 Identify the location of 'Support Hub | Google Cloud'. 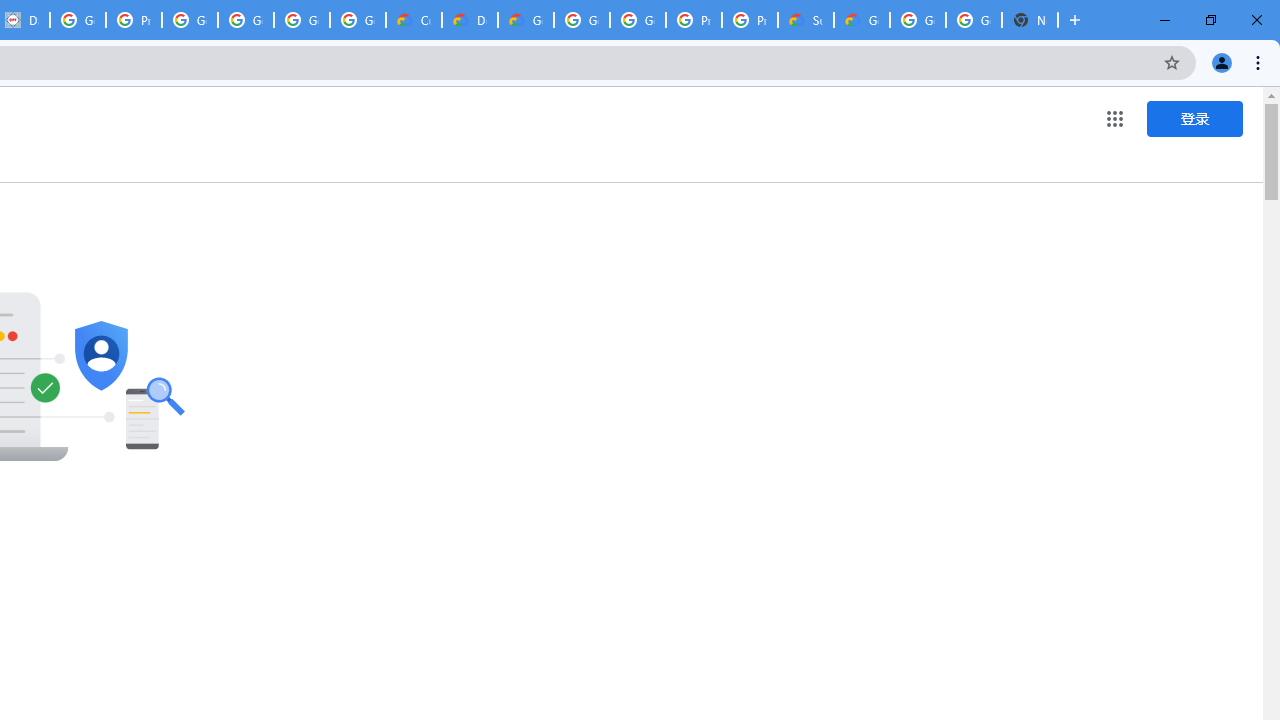
(806, 20).